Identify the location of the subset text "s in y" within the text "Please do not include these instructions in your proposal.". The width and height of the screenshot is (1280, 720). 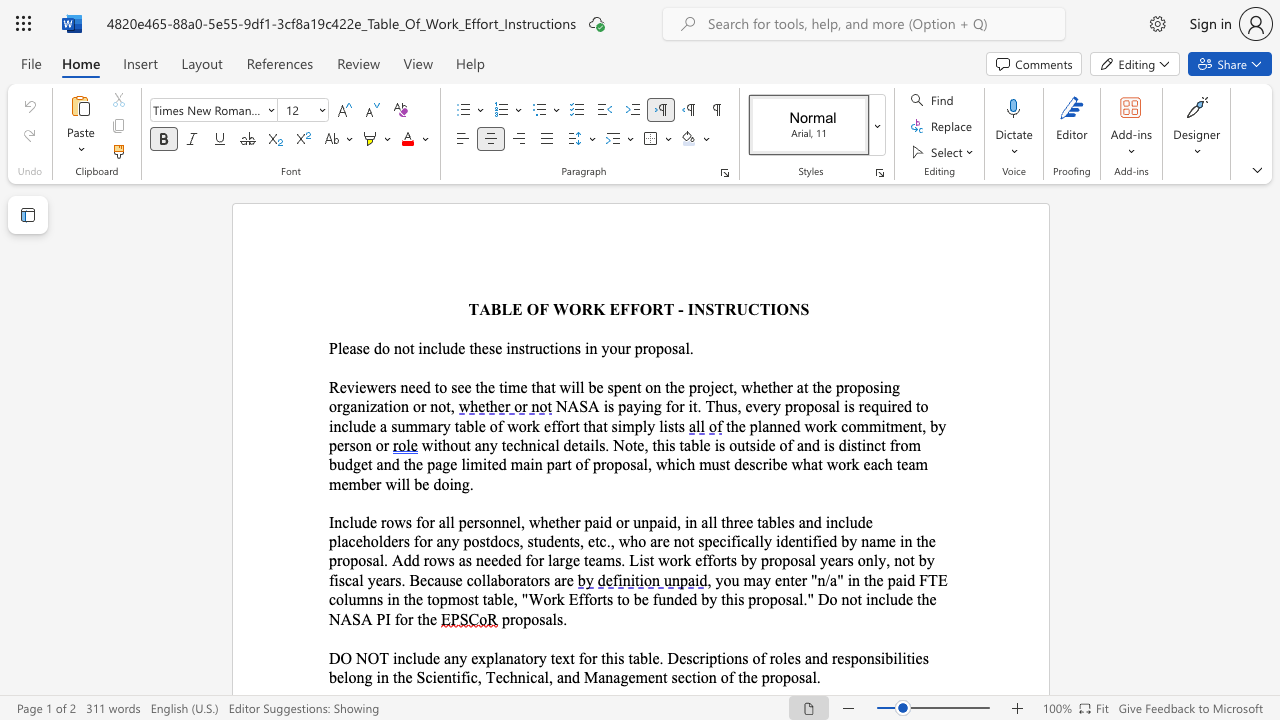
(573, 347).